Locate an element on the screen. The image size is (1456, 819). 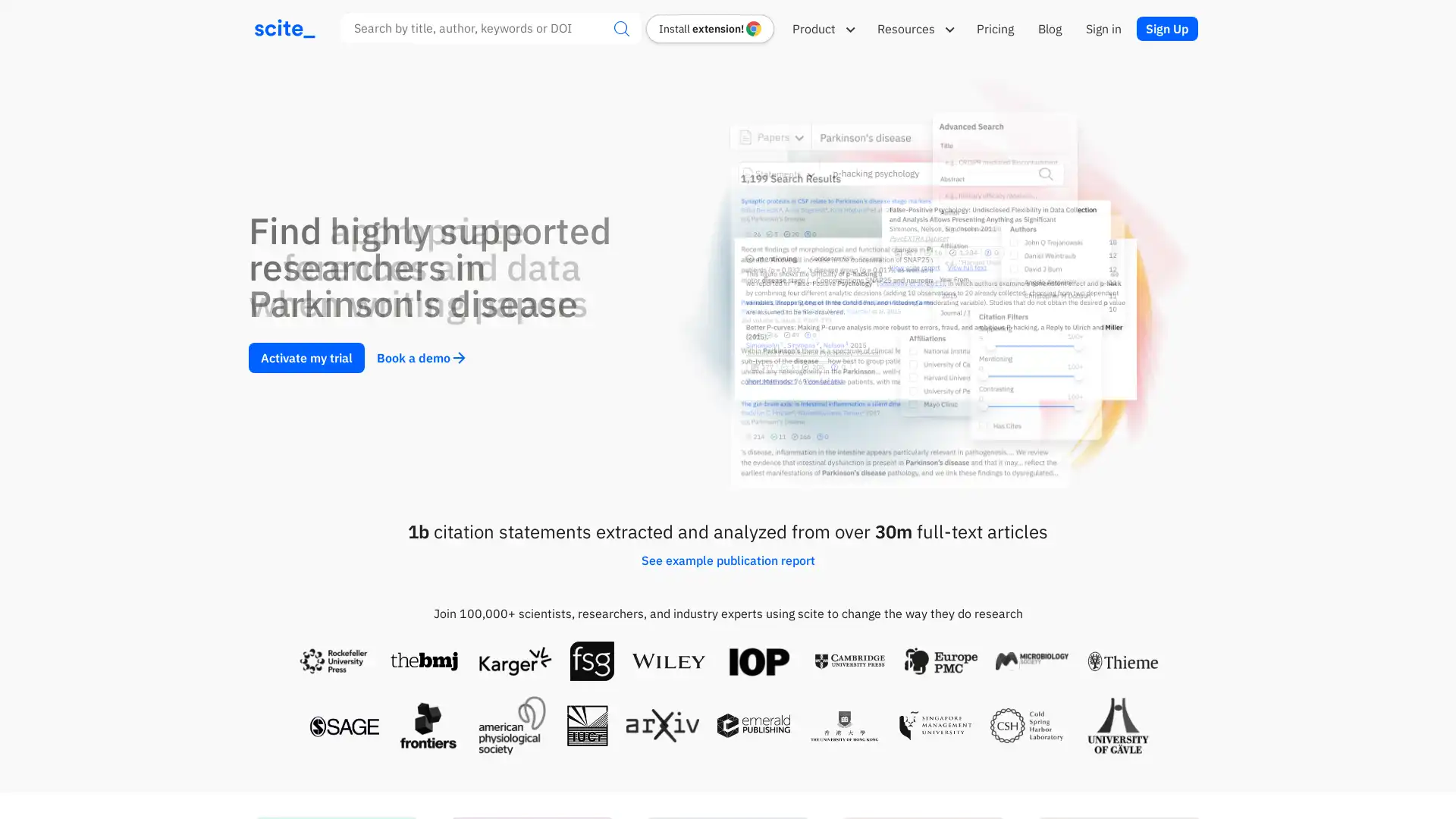
Activate my trial is located at coordinates (306, 357).